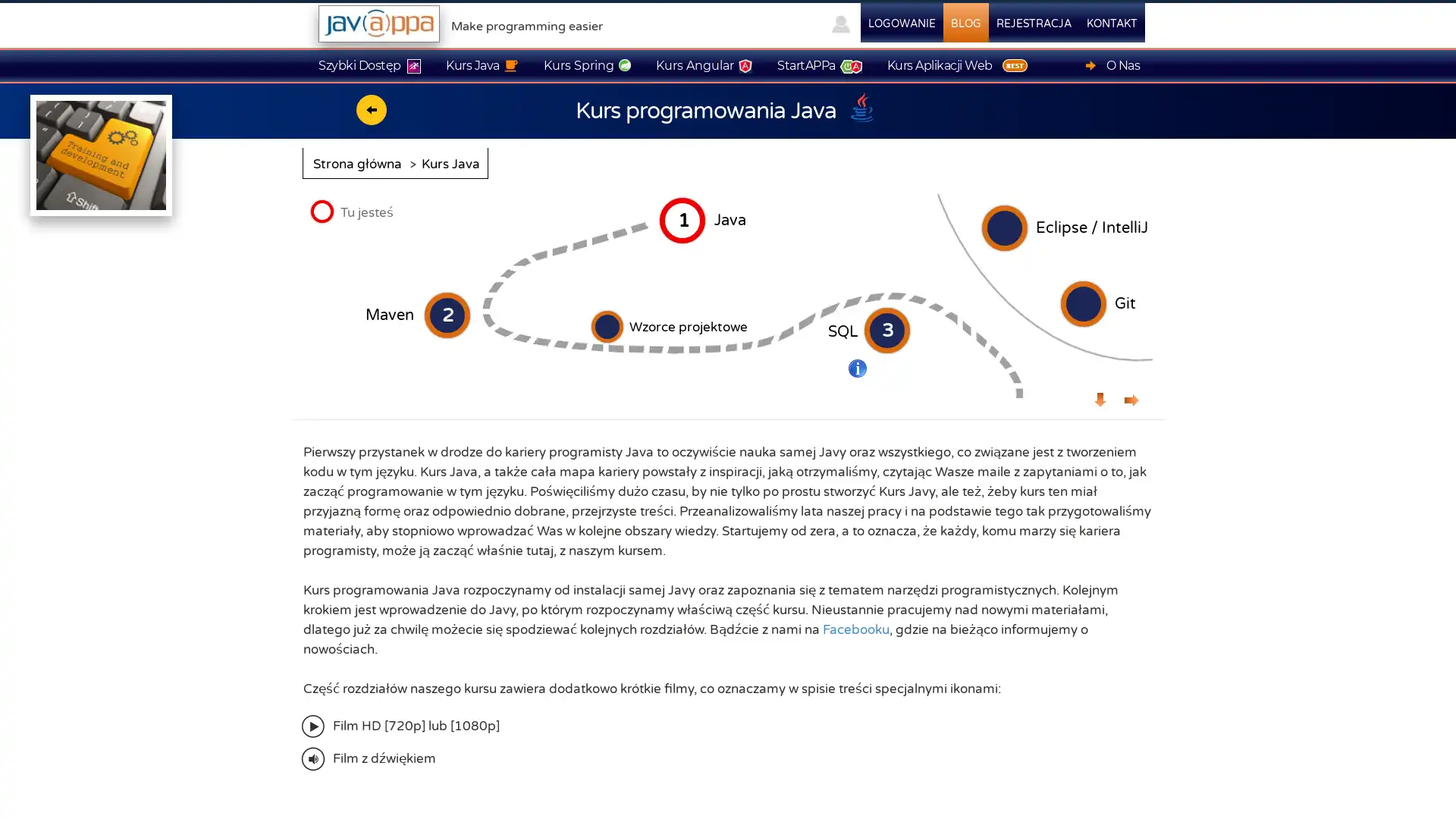  What do you see at coordinates (722, 220) in the screenshot?
I see `Java` at bounding box center [722, 220].